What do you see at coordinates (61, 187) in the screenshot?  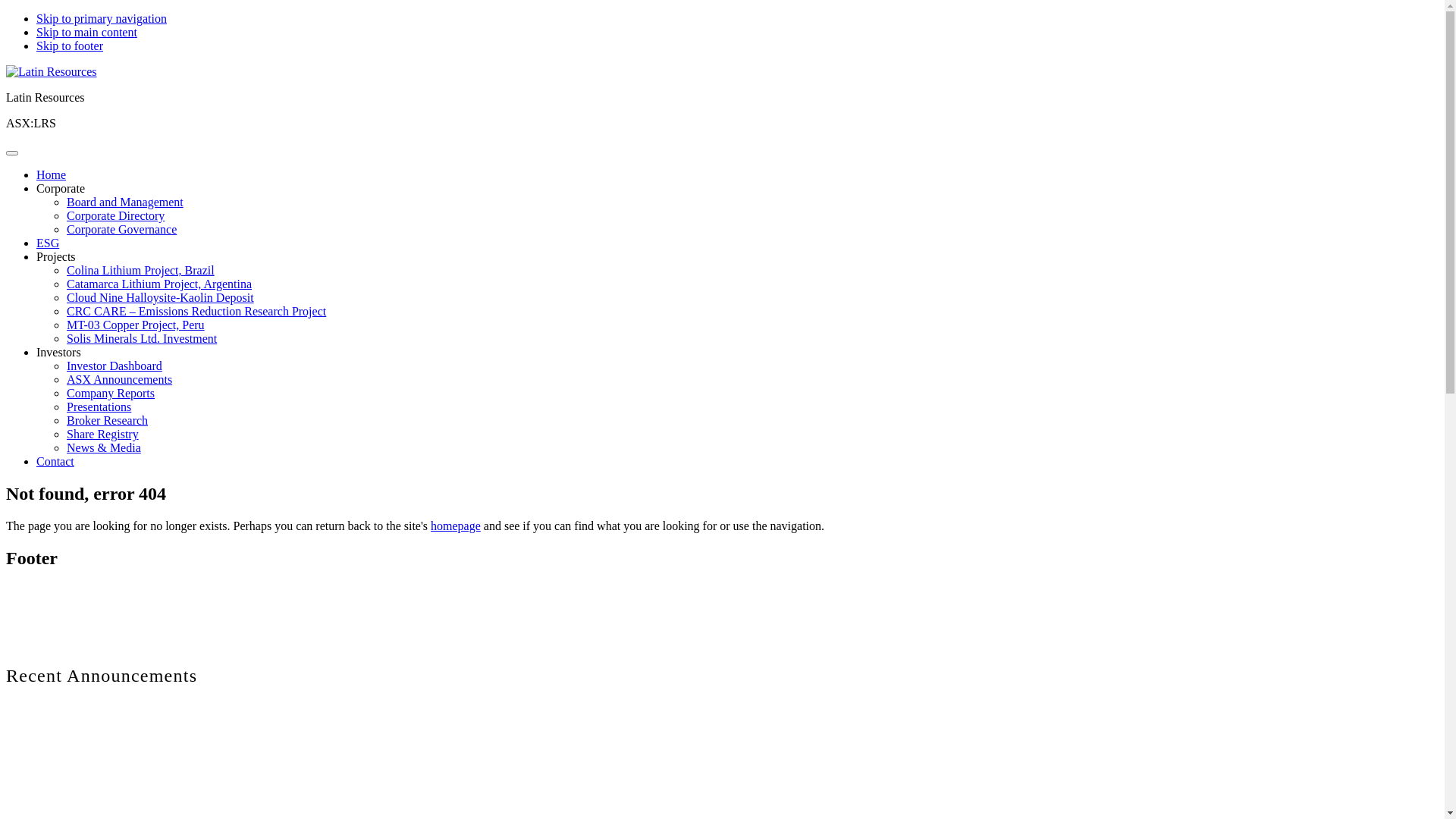 I see `'Corporate'` at bounding box center [61, 187].